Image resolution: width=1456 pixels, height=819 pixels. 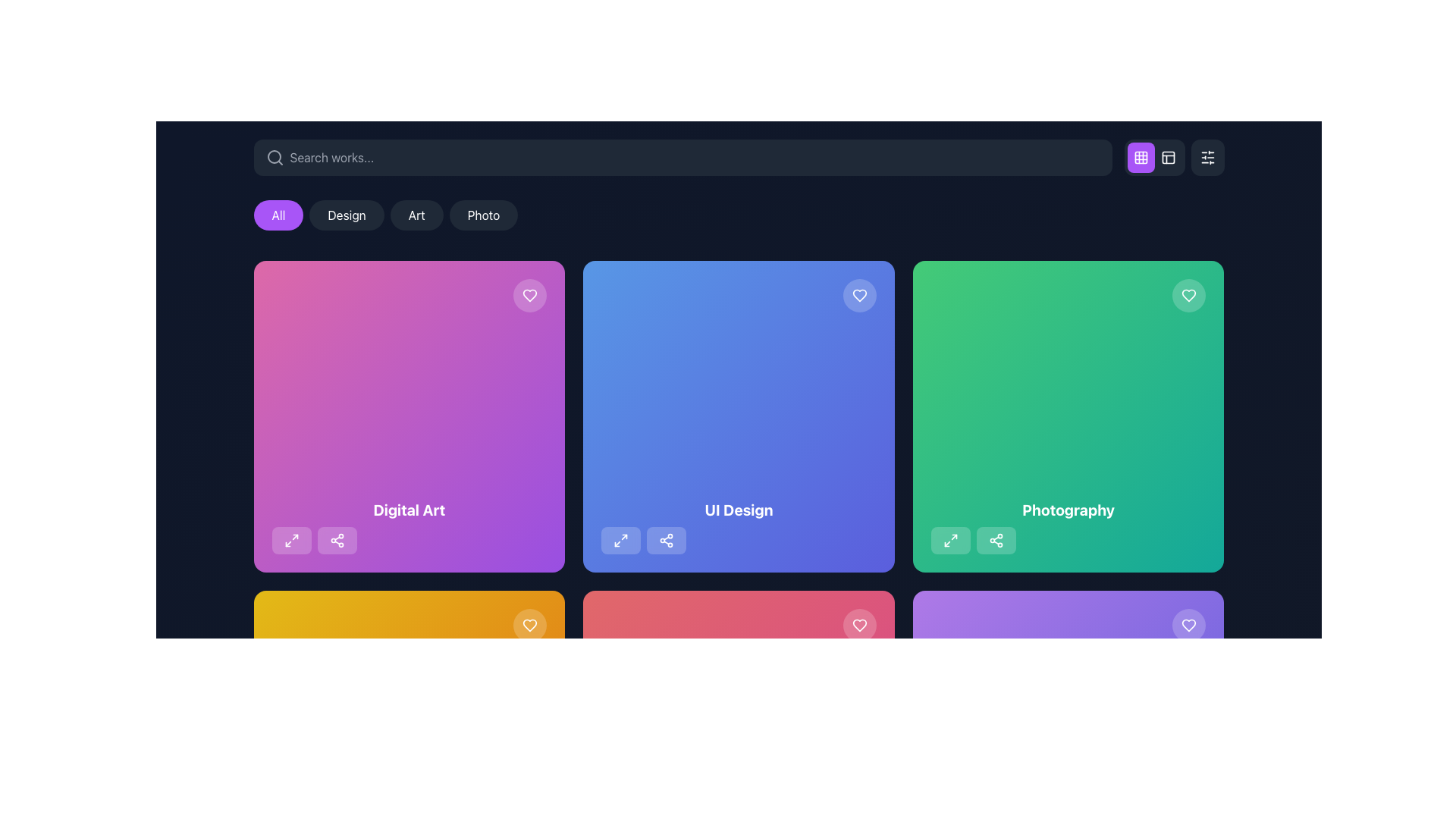 What do you see at coordinates (1141, 158) in the screenshot?
I see `the grid layout view toggle icon button located in the top-right corner of the layout` at bounding box center [1141, 158].